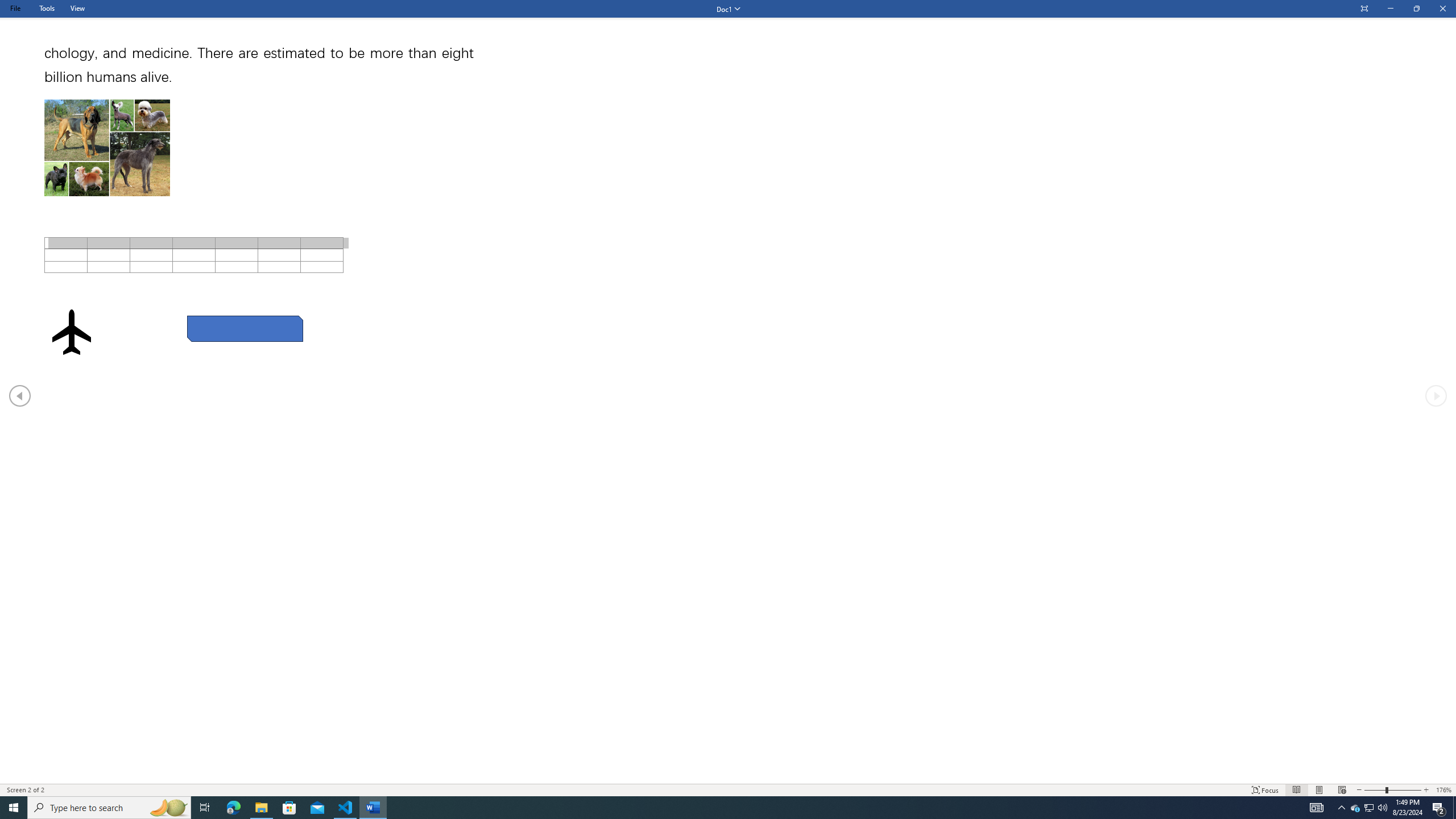 This screenshot has width=1456, height=819. What do you see at coordinates (14, 8) in the screenshot?
I see `'File Tab'` at bounding box center [14, 8].